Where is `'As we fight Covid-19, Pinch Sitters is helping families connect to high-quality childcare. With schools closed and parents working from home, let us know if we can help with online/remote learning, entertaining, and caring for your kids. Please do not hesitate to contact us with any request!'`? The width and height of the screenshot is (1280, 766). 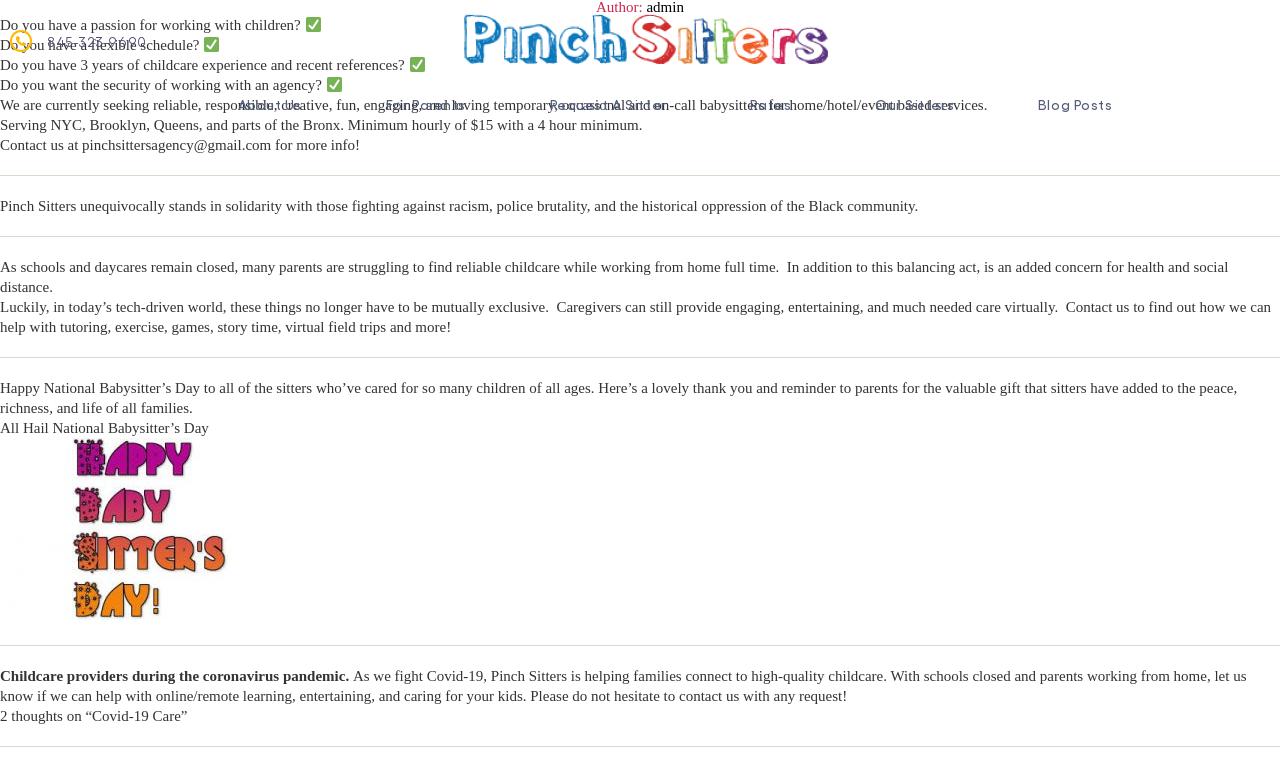
'As we fight Covid-19, Pinch Sitters is helping families connect to high-quality childcare. With schools closed and parents working from home, let us know if we can help with online/remote learning, entertaining, and caring for your kids. Please do not hesitate to contact us with any request!' is located at coordinates (621, 686).